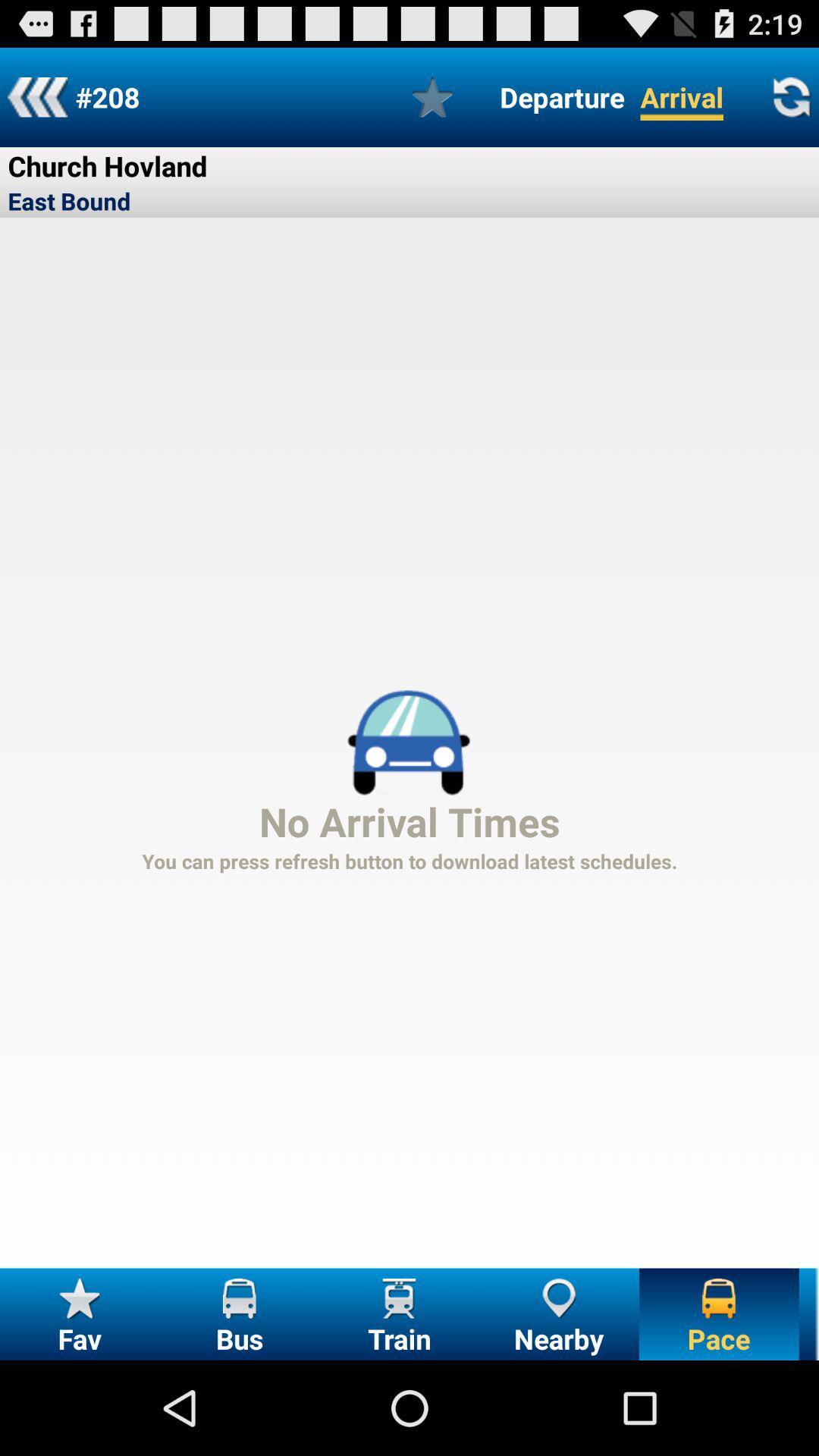 Image resolution: width=819 pixels, height=1456 pixels. What do you see at coordinates (36, 103) in the screenshot?
I see `the av_rewind icon` at bounding box center [36, 103].